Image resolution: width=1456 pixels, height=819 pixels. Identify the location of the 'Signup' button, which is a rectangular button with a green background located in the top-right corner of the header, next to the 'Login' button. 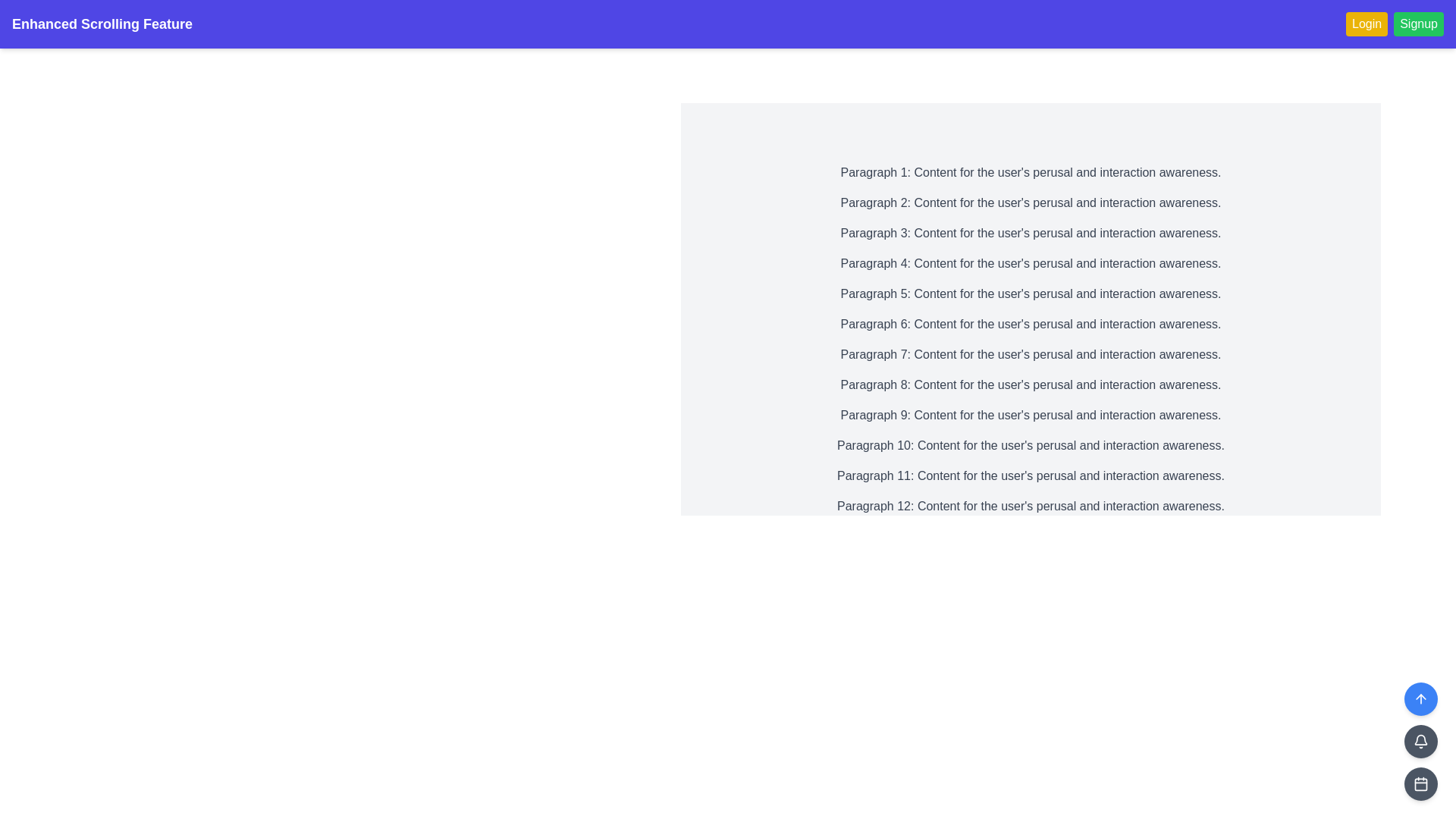
(1395, 24).